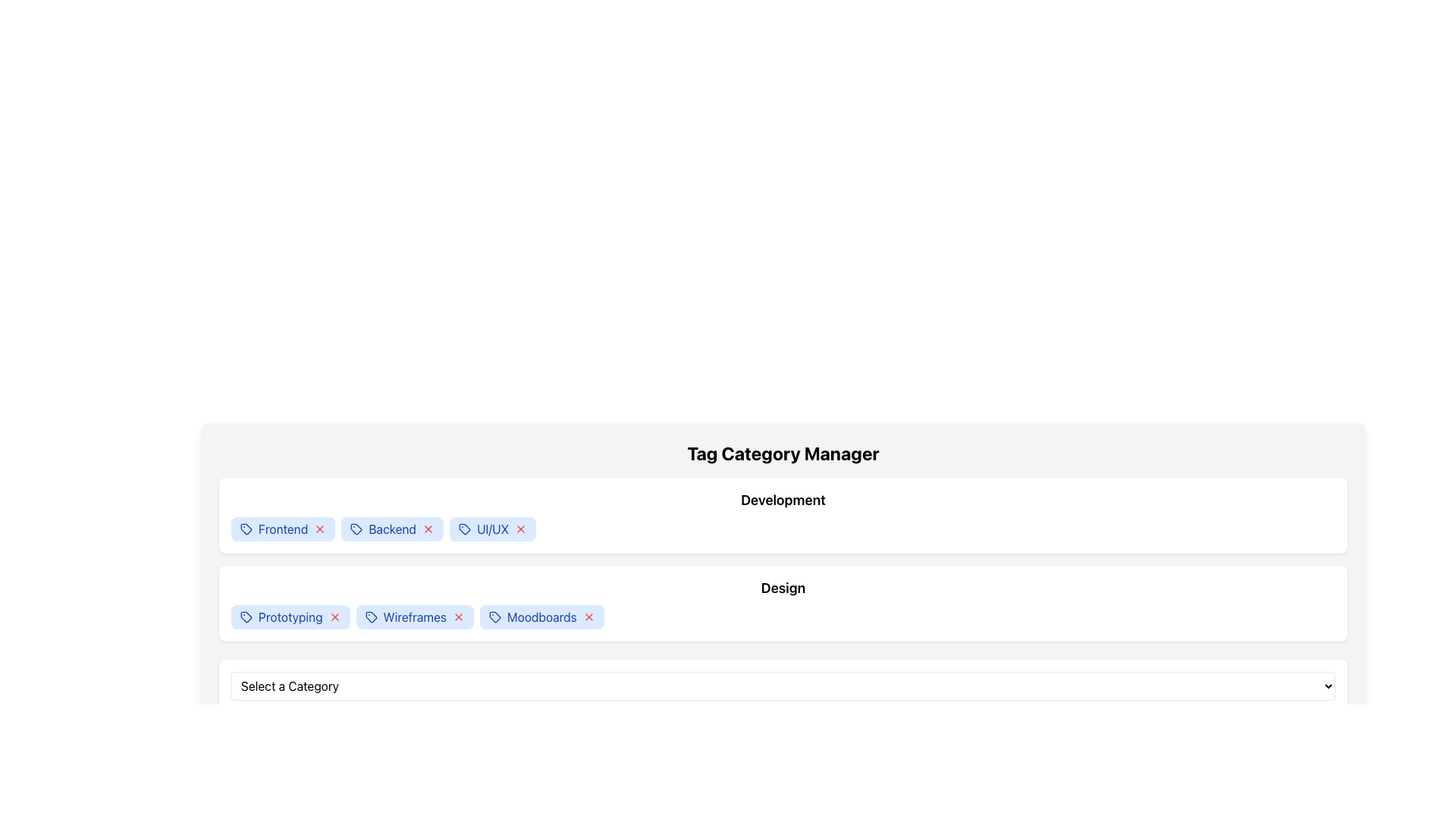 The height and width of the screenshot is (819, 1456). I want to click on the delete button located to the right of the 'Prototyping' label, so click(334, 617).